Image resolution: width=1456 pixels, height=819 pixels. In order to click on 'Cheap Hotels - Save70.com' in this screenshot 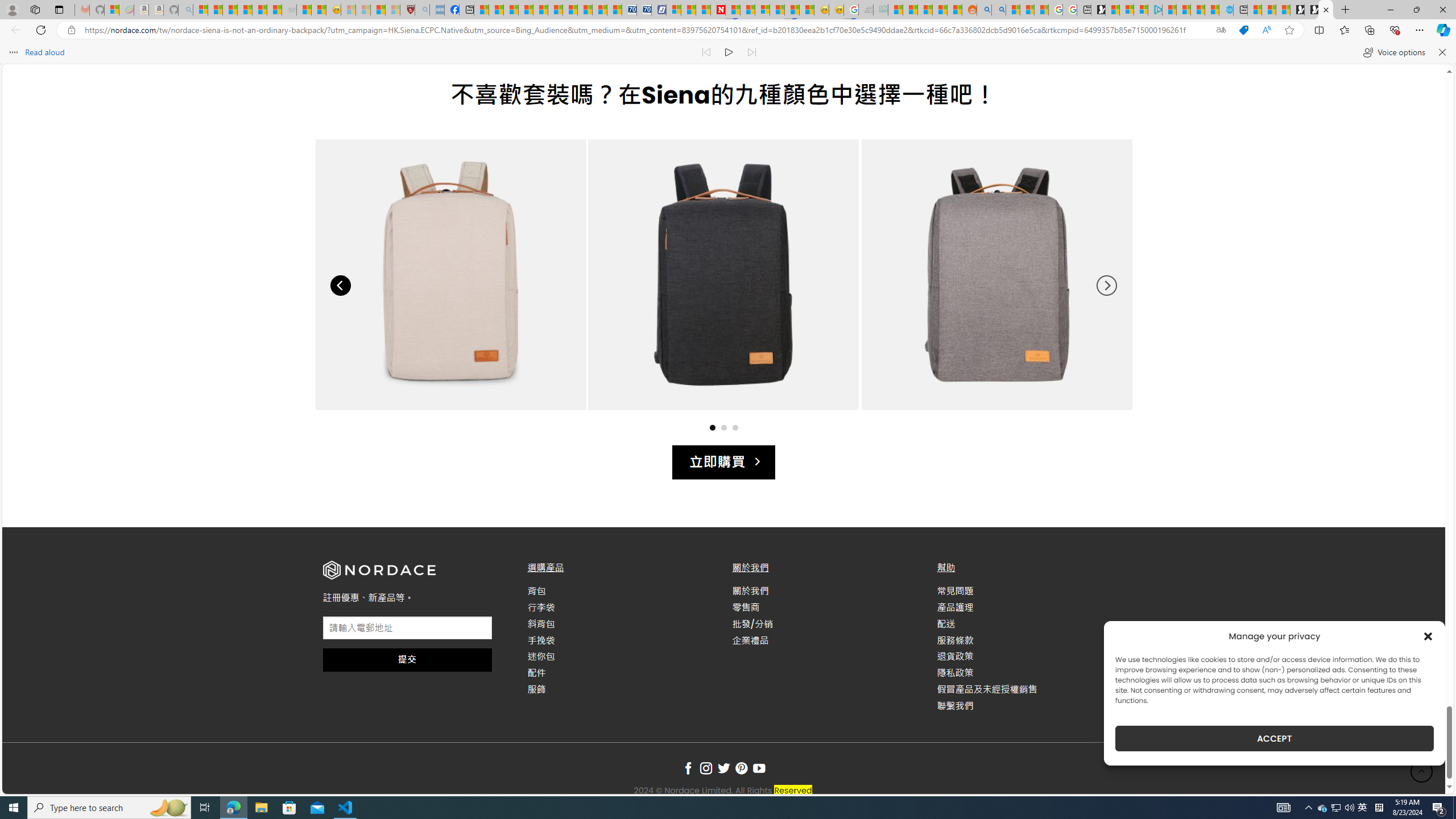, I will do `click(644, 9)`.